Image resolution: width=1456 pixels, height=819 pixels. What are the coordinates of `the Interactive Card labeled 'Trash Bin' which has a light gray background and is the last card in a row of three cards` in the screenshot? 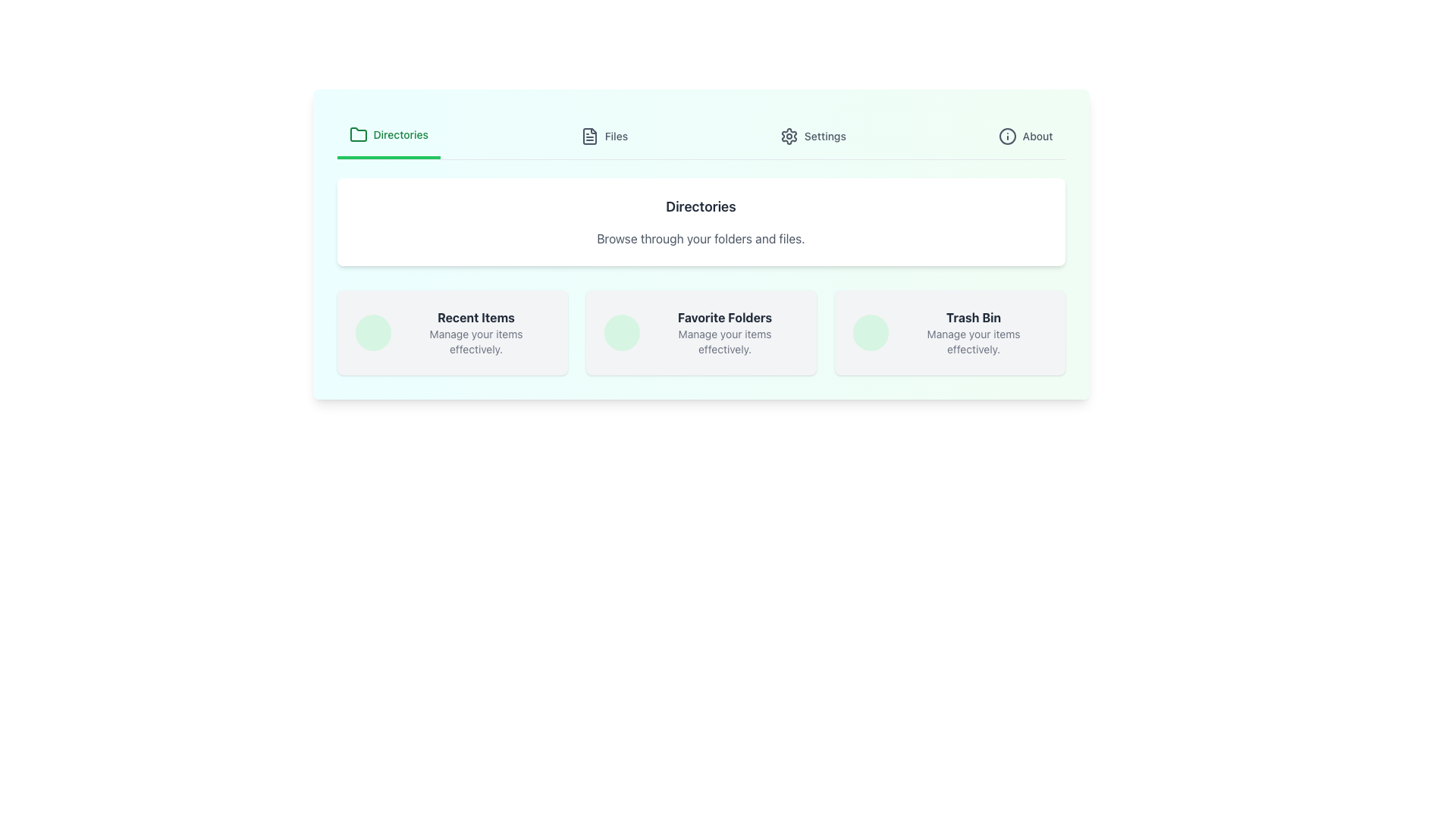 It's located at (949, 332).